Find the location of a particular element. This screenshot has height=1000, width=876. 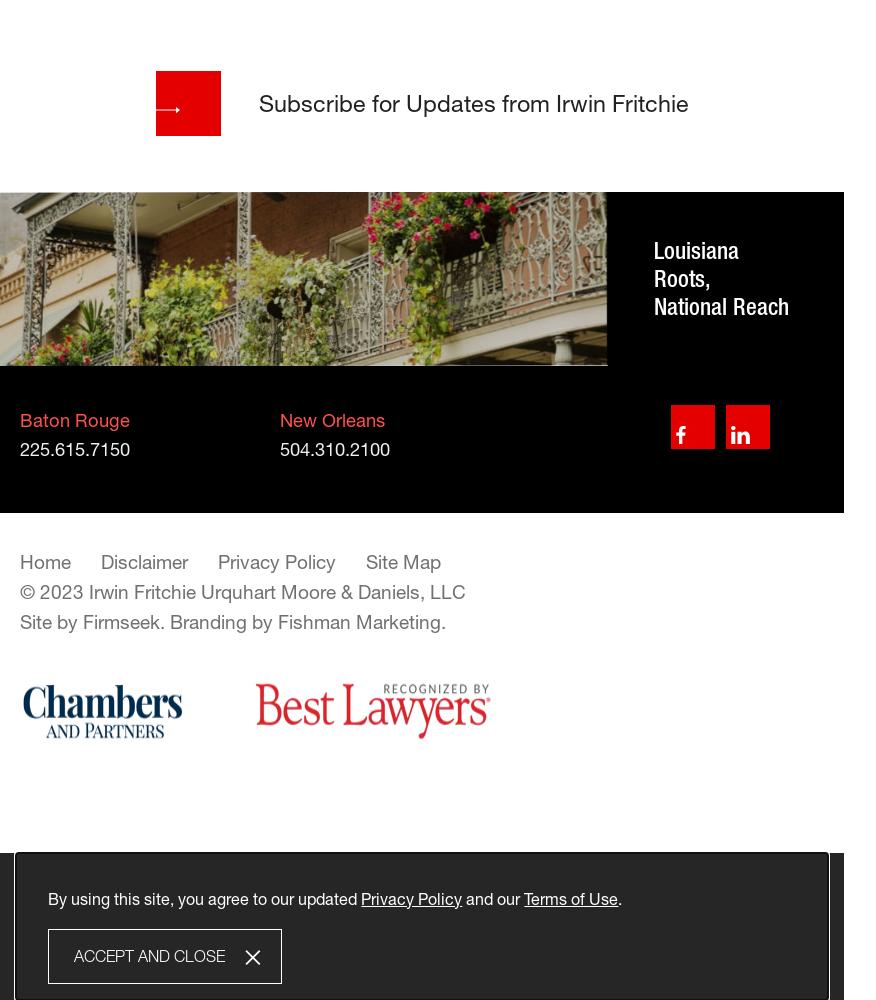

'Site by Firmseek.' is located at coordinates (92, 621).